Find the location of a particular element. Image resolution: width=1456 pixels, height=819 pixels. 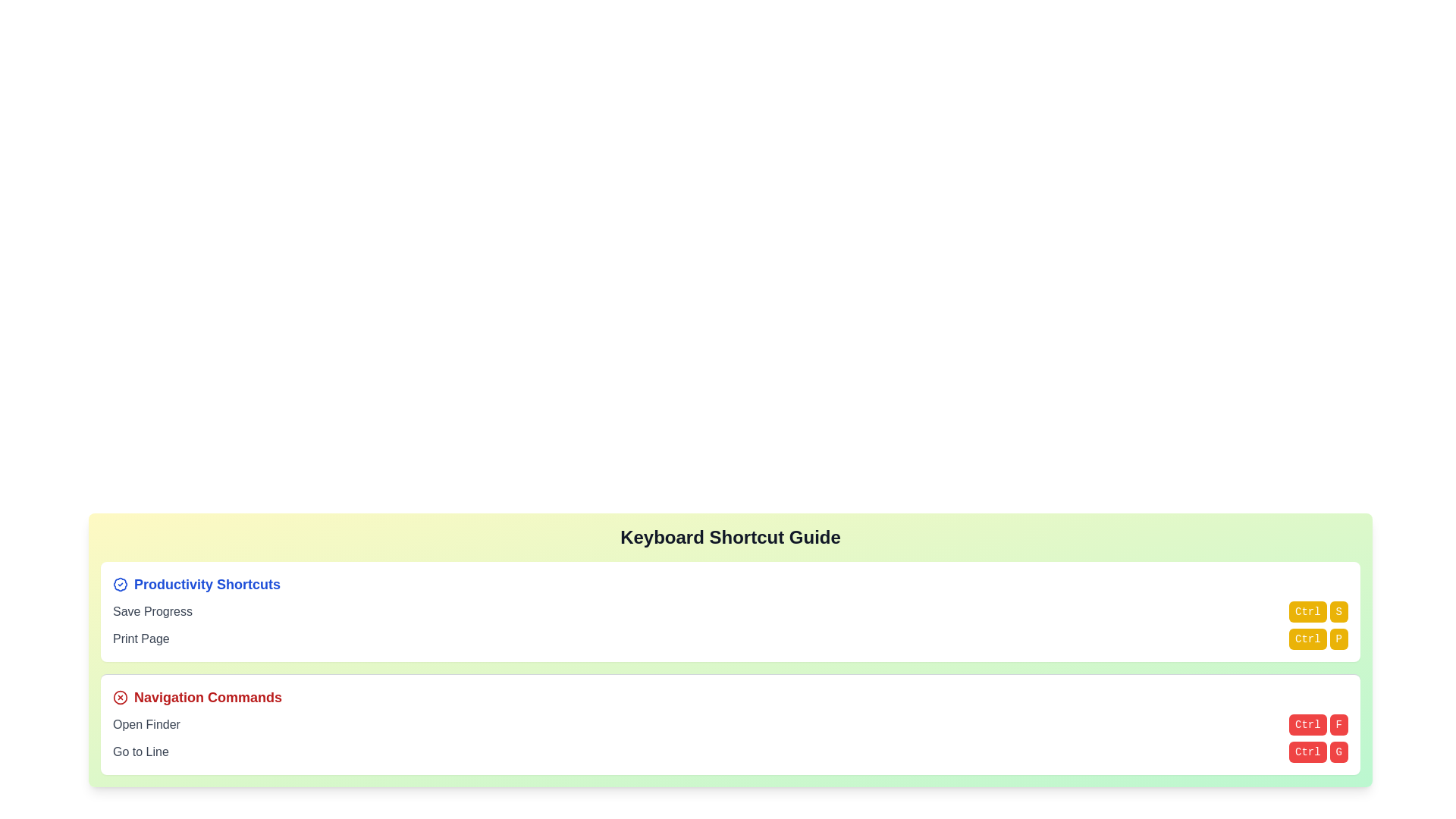

the button-like label indicating the 'P' key, which is the second element in the 'Productivity Shortcuts' section is located at coordinates (1338, 639).